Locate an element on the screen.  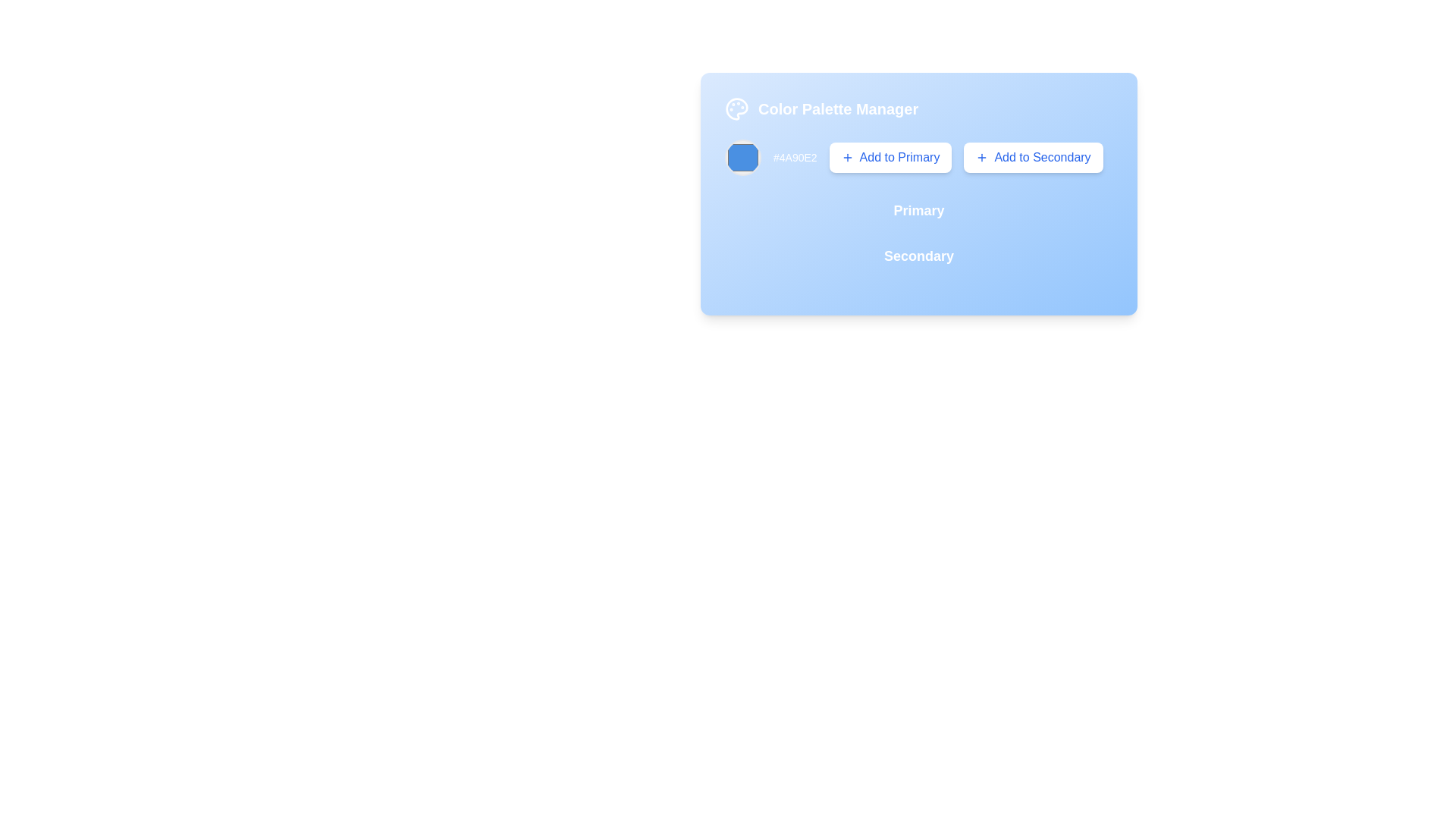
the plus icon located within the 'Add to Primary' button on the right side of the card-like interface is located at coordinates (846, 158).